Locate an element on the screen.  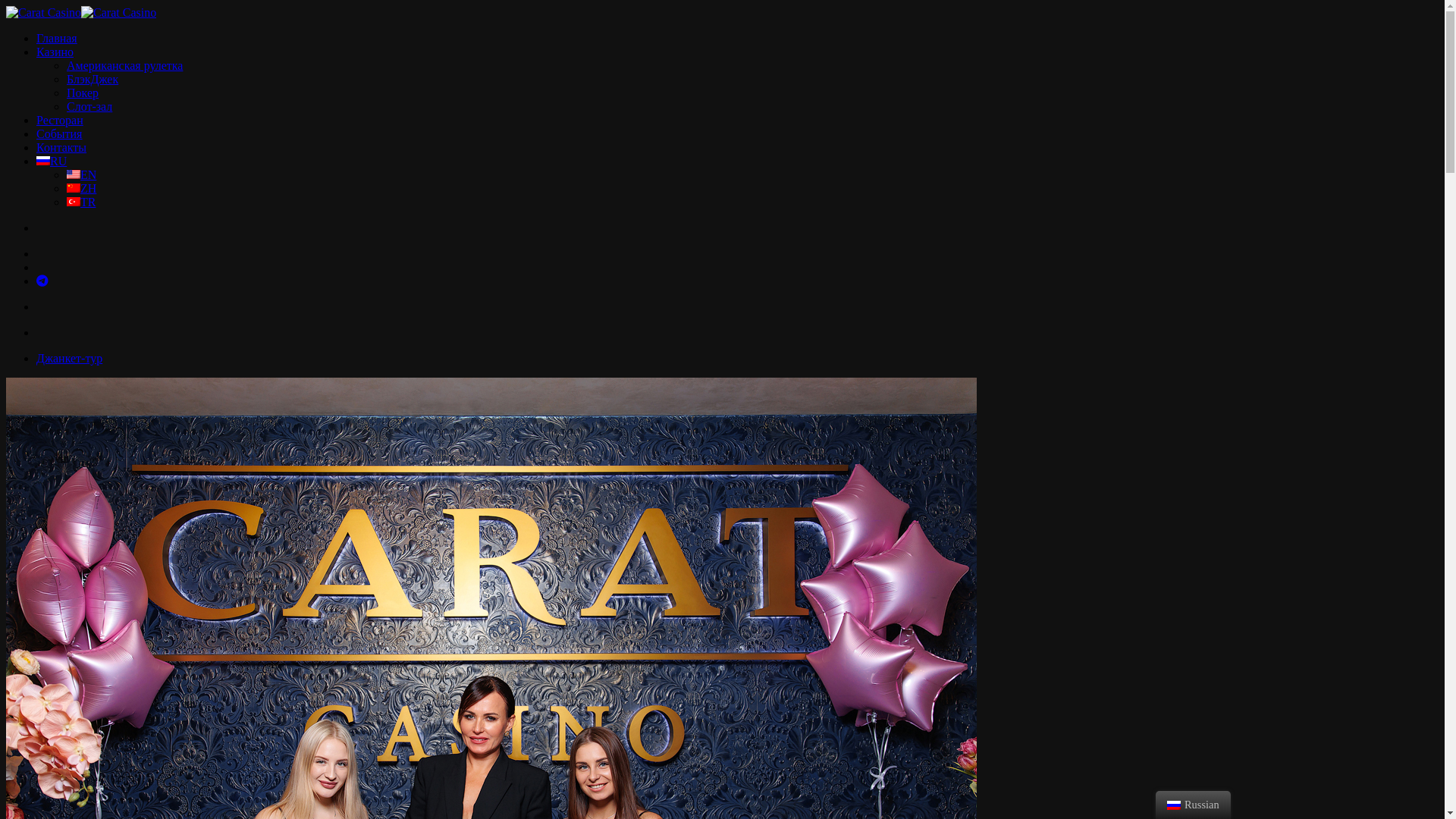
'TR' is located at coordinates (80, 201).